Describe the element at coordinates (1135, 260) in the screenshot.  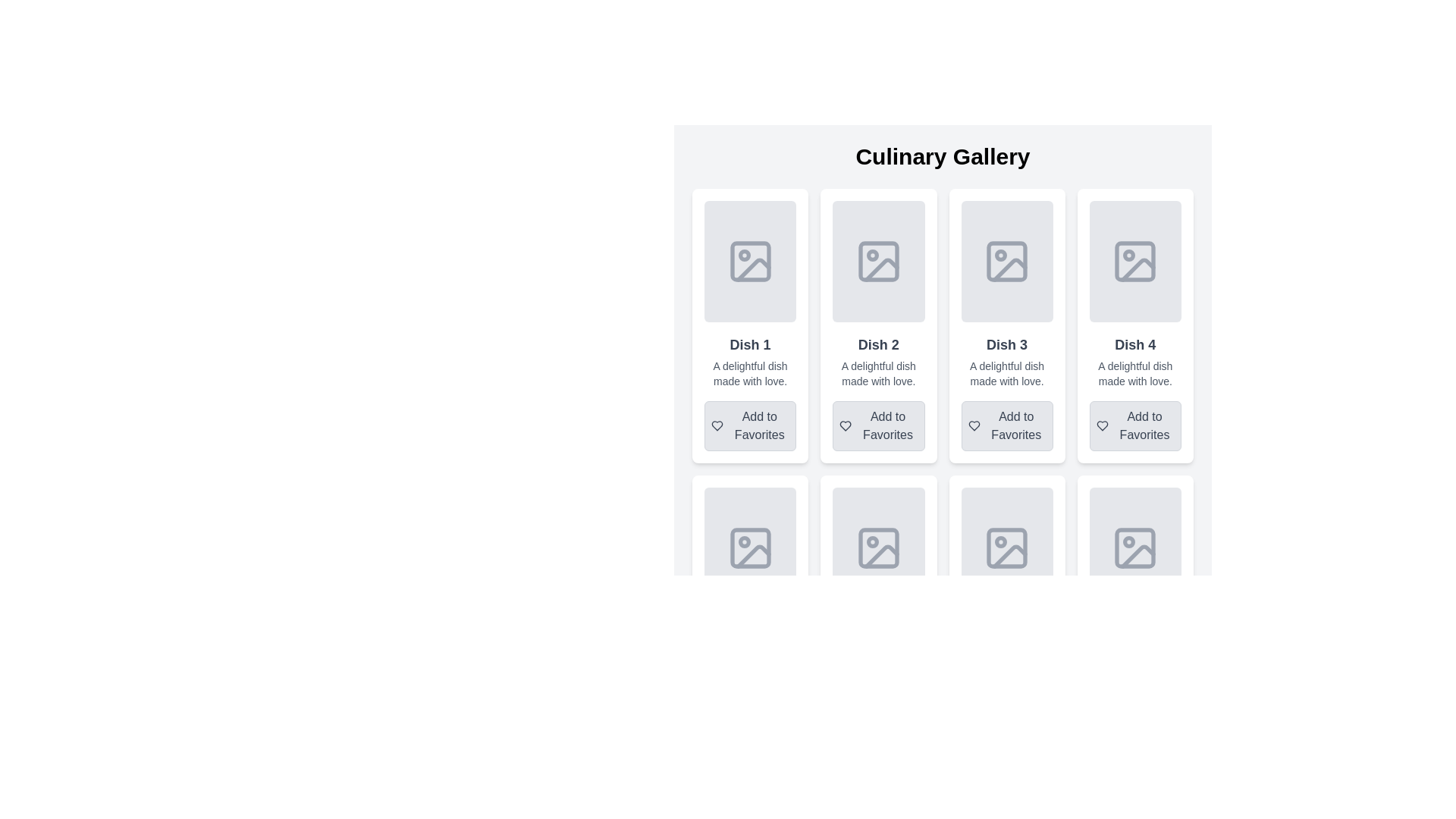
I see `the top-left rounded rectangle of the image icon in the 'Culinary Gallery' card labeled 'Dish 4'` at that location.